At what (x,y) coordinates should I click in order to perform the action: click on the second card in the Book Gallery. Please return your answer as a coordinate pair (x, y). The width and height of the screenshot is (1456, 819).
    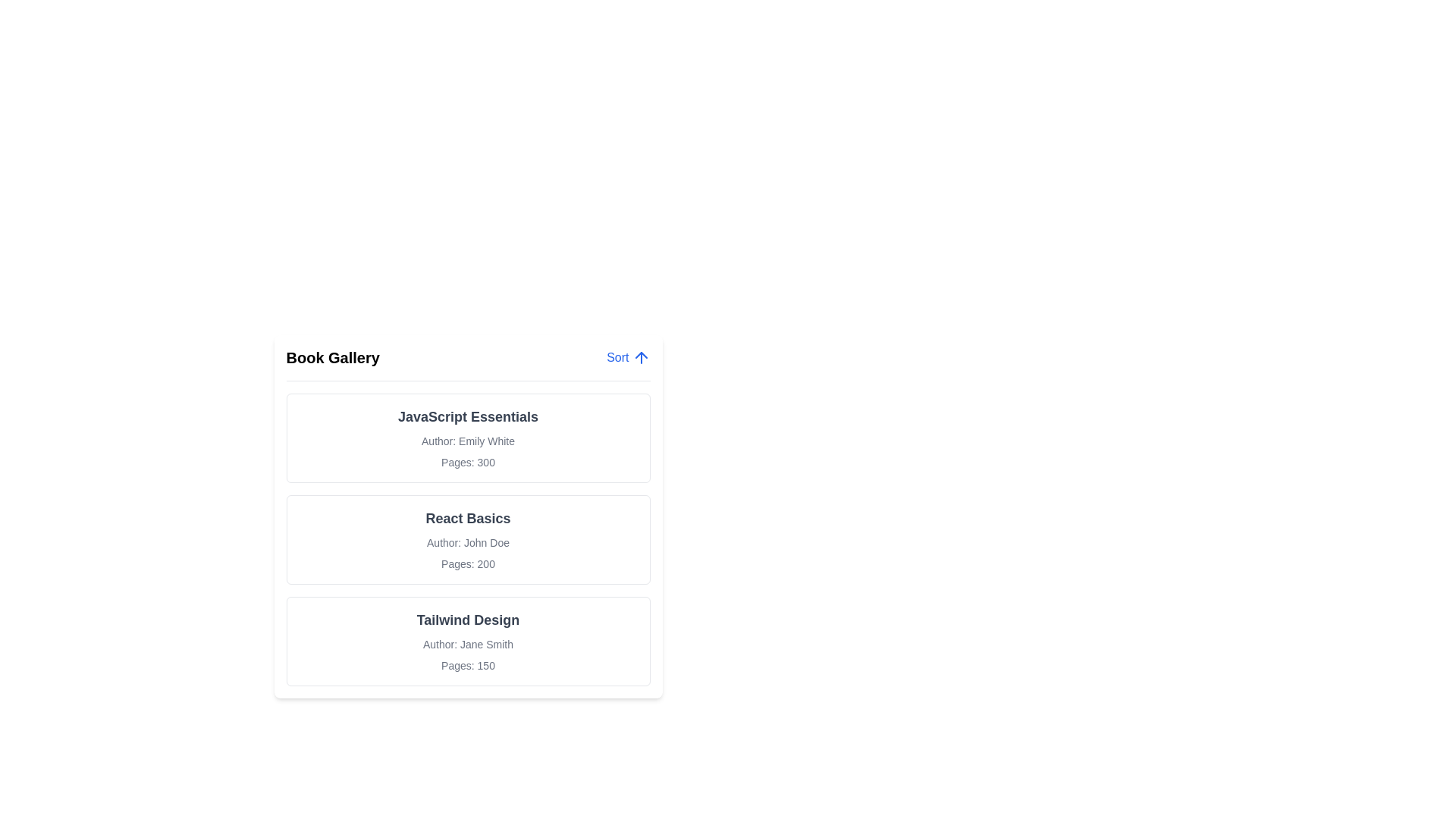
    Looking at the image, I should click on (467, 539).